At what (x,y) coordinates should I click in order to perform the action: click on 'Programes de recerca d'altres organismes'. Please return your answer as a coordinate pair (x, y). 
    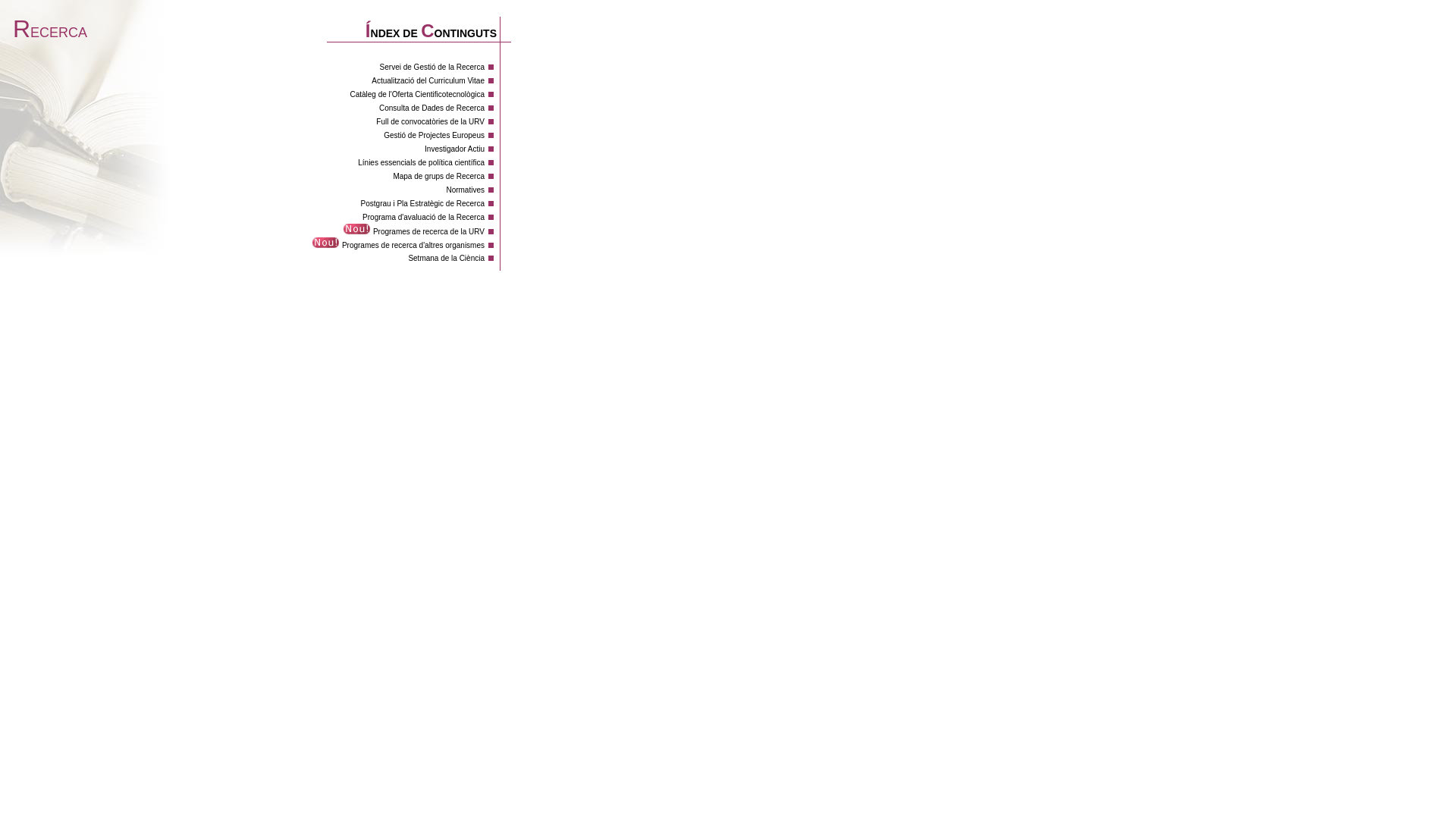
    Looking at the image, I should click on (413, 244).